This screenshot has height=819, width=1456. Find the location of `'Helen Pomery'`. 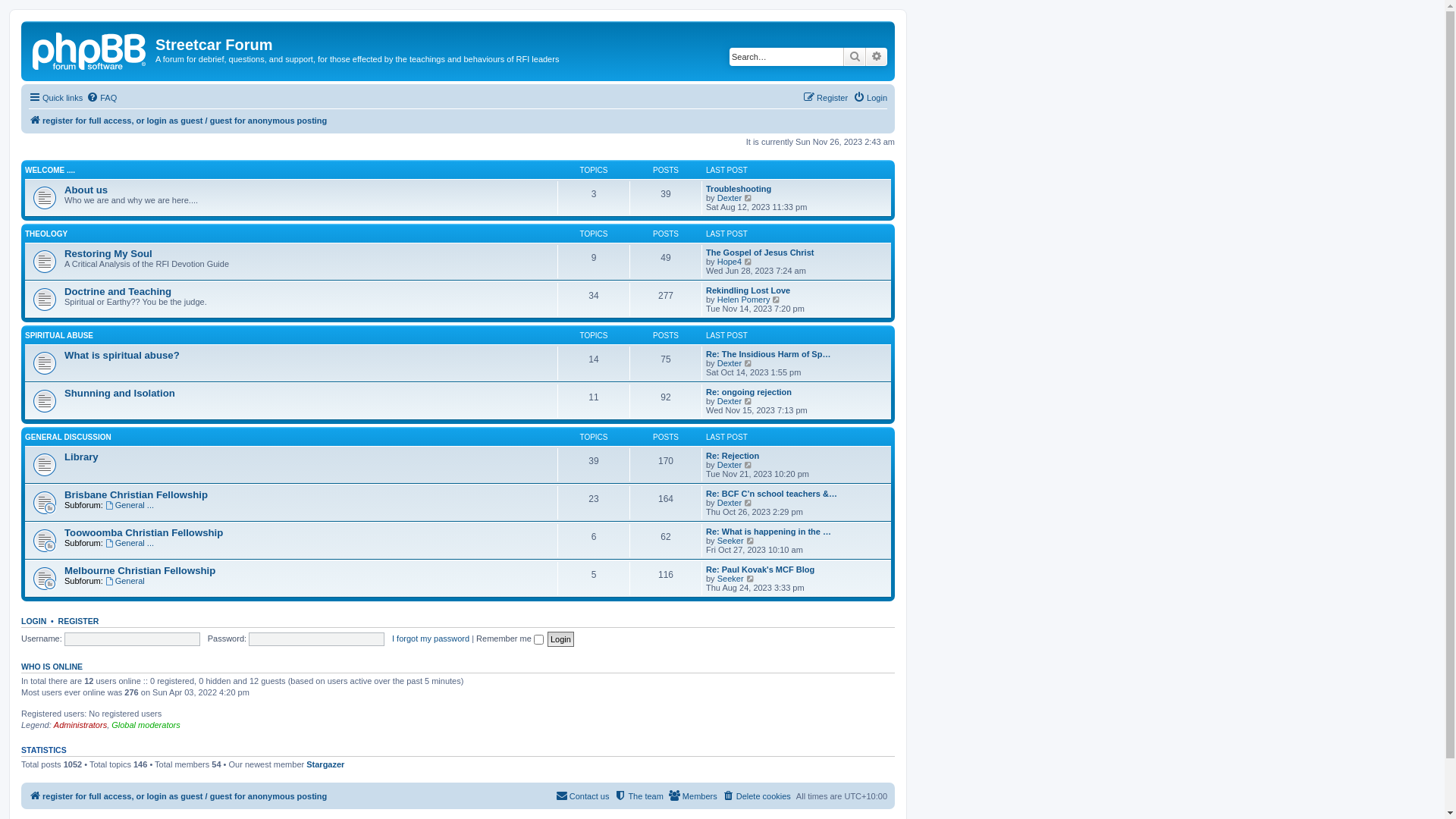

'Helen Pomery' is located at coordinates (743, 299).